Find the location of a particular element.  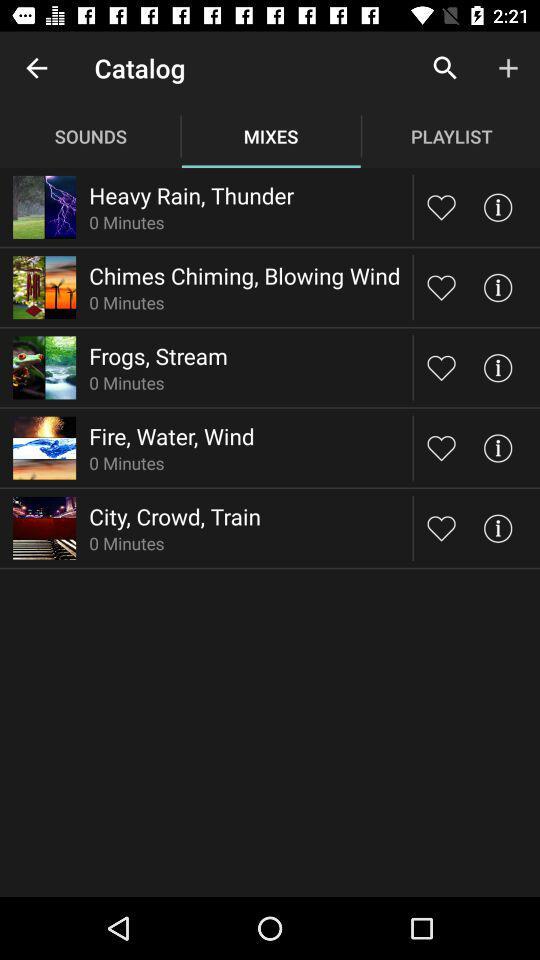

more information is located at coordinates (496, 448).